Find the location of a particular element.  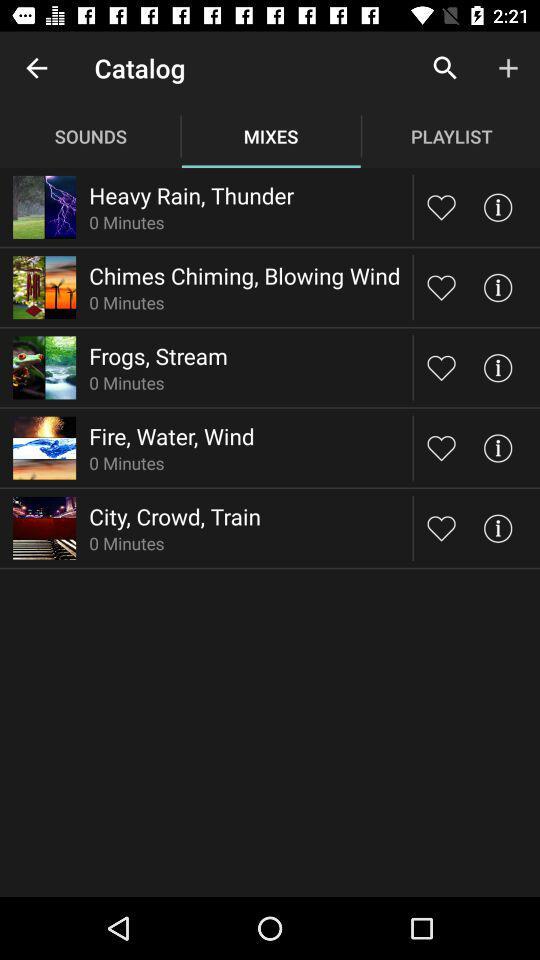

more information is located at coordinates (496, 448).